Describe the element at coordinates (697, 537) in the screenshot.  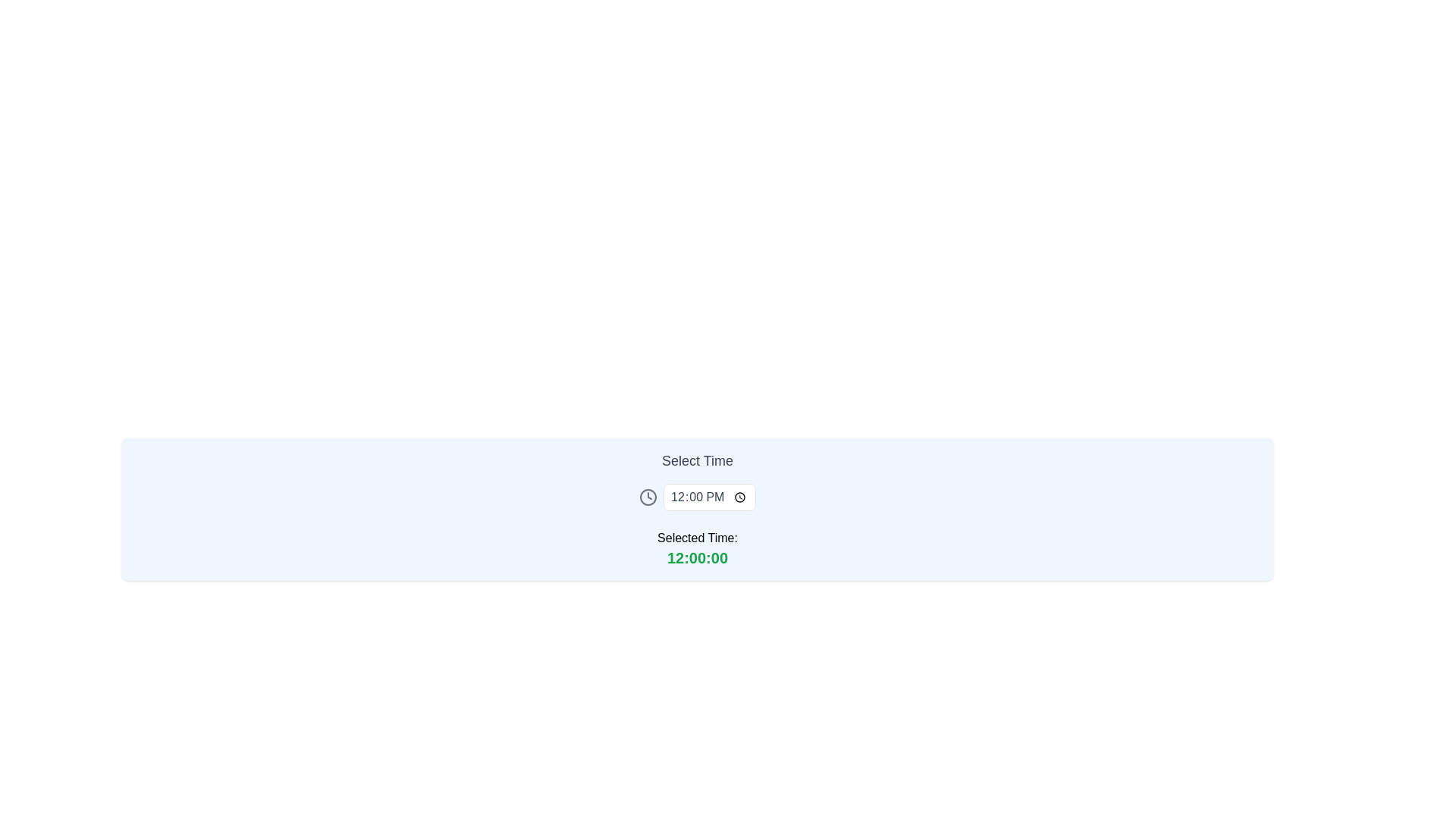
I see `the Text Label indicating 'Selected Time:' which displays the purpose of the value '12:00:00' below it` at that location.